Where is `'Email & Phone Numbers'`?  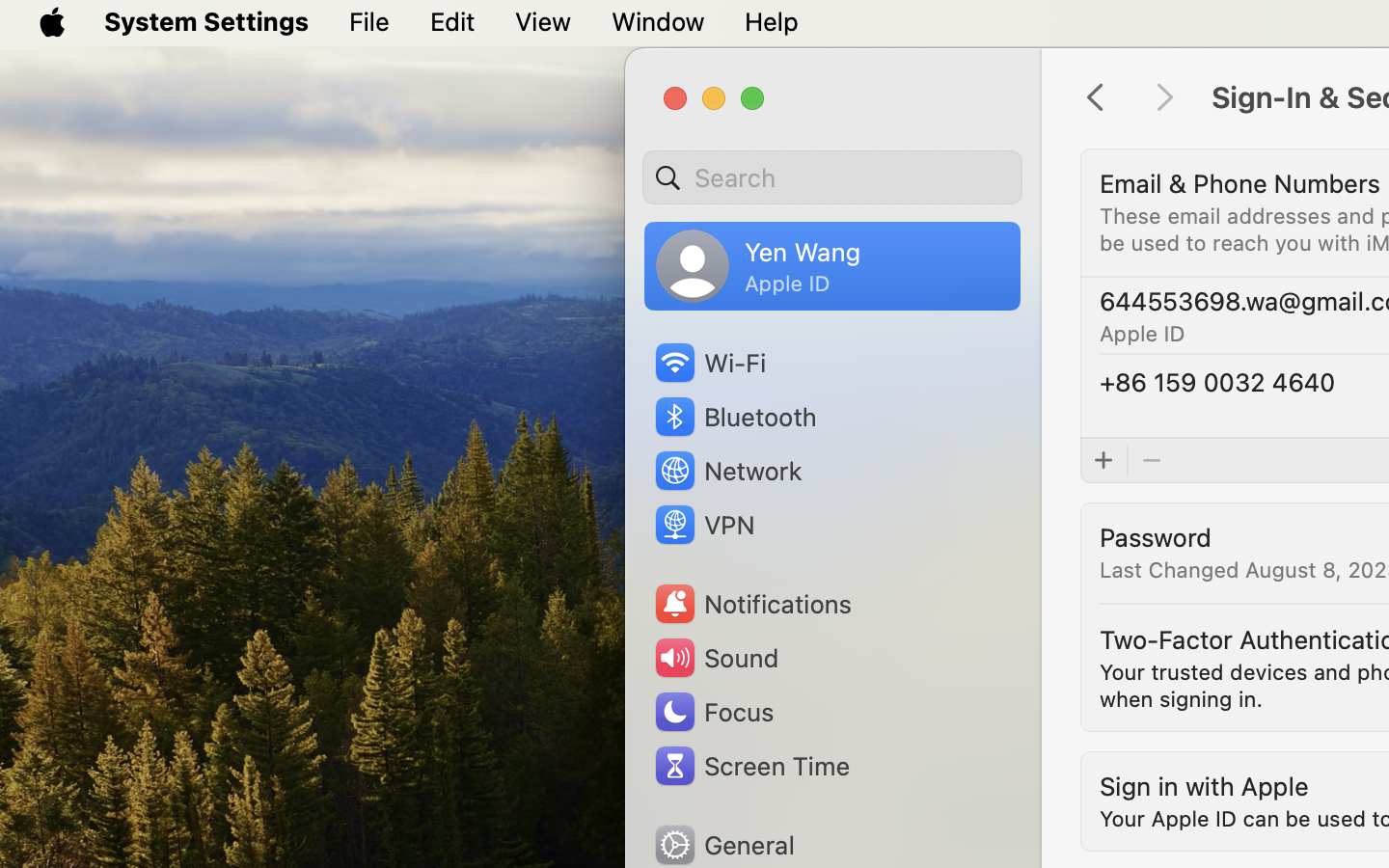 'Email & Phone Numbers' is located at coordinates (1240, 182).